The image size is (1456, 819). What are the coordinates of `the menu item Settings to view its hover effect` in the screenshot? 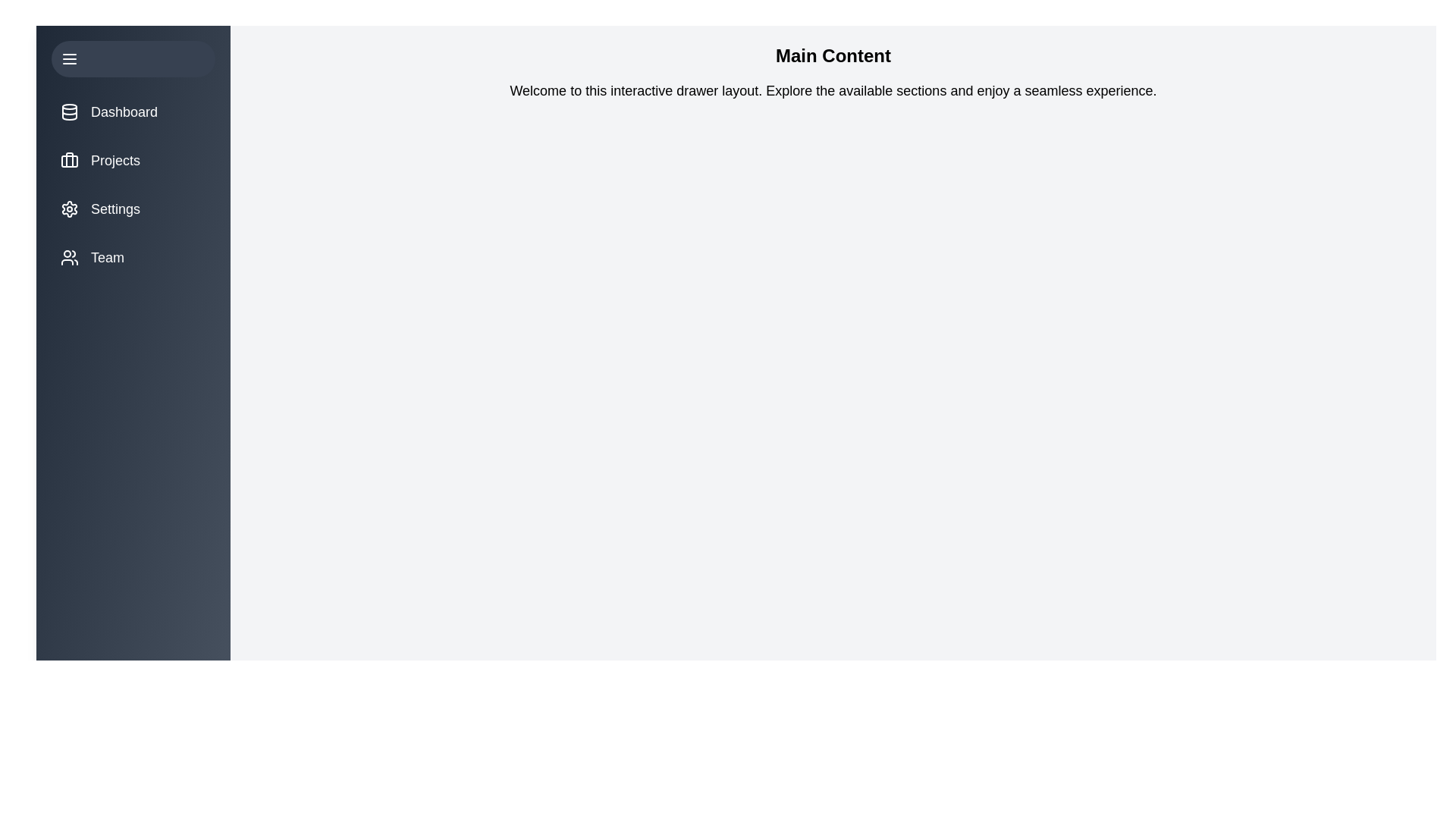 It's located at (133, 209).